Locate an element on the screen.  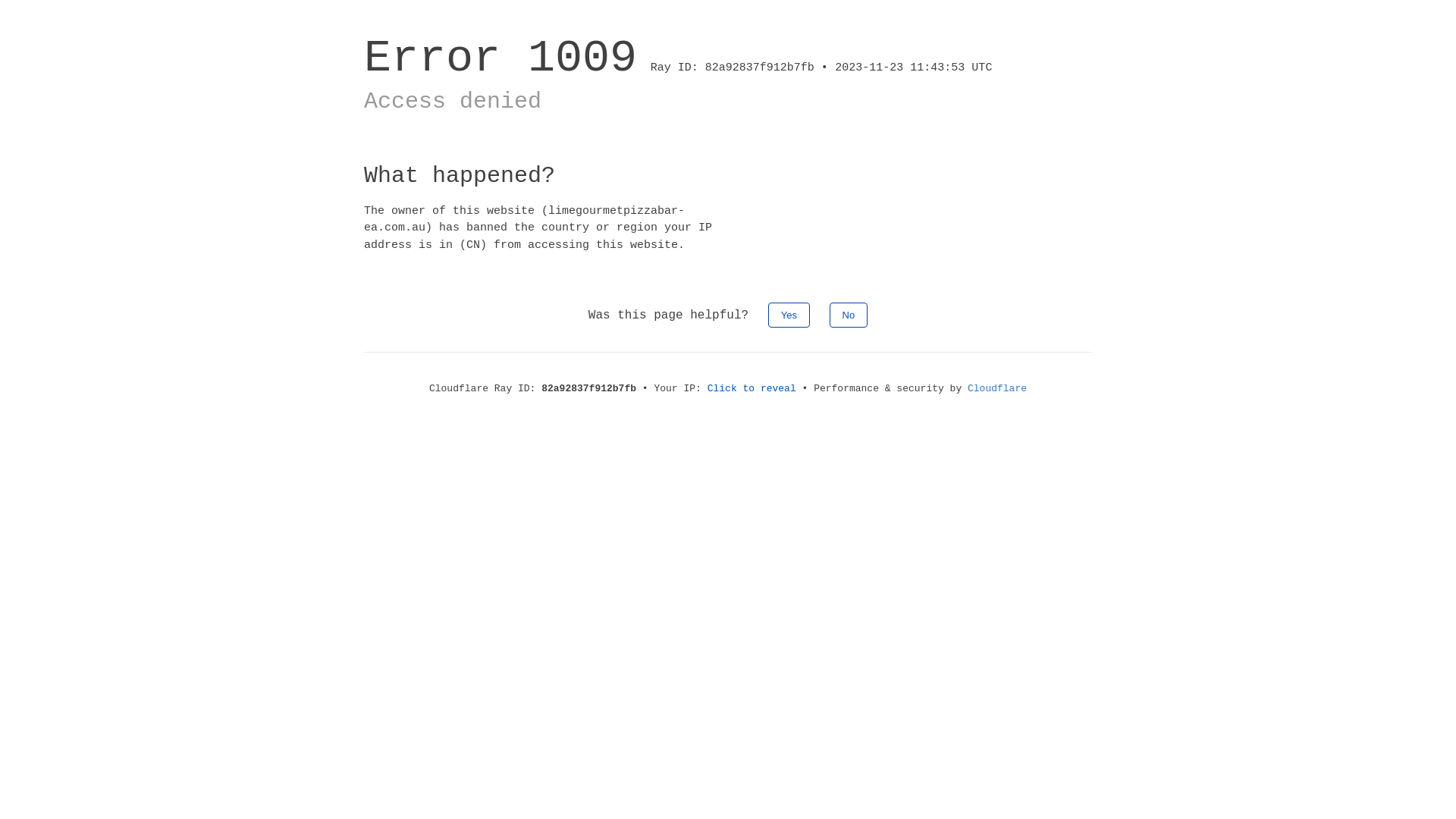
'Click to reveal' is located at coordinates (752, 388).